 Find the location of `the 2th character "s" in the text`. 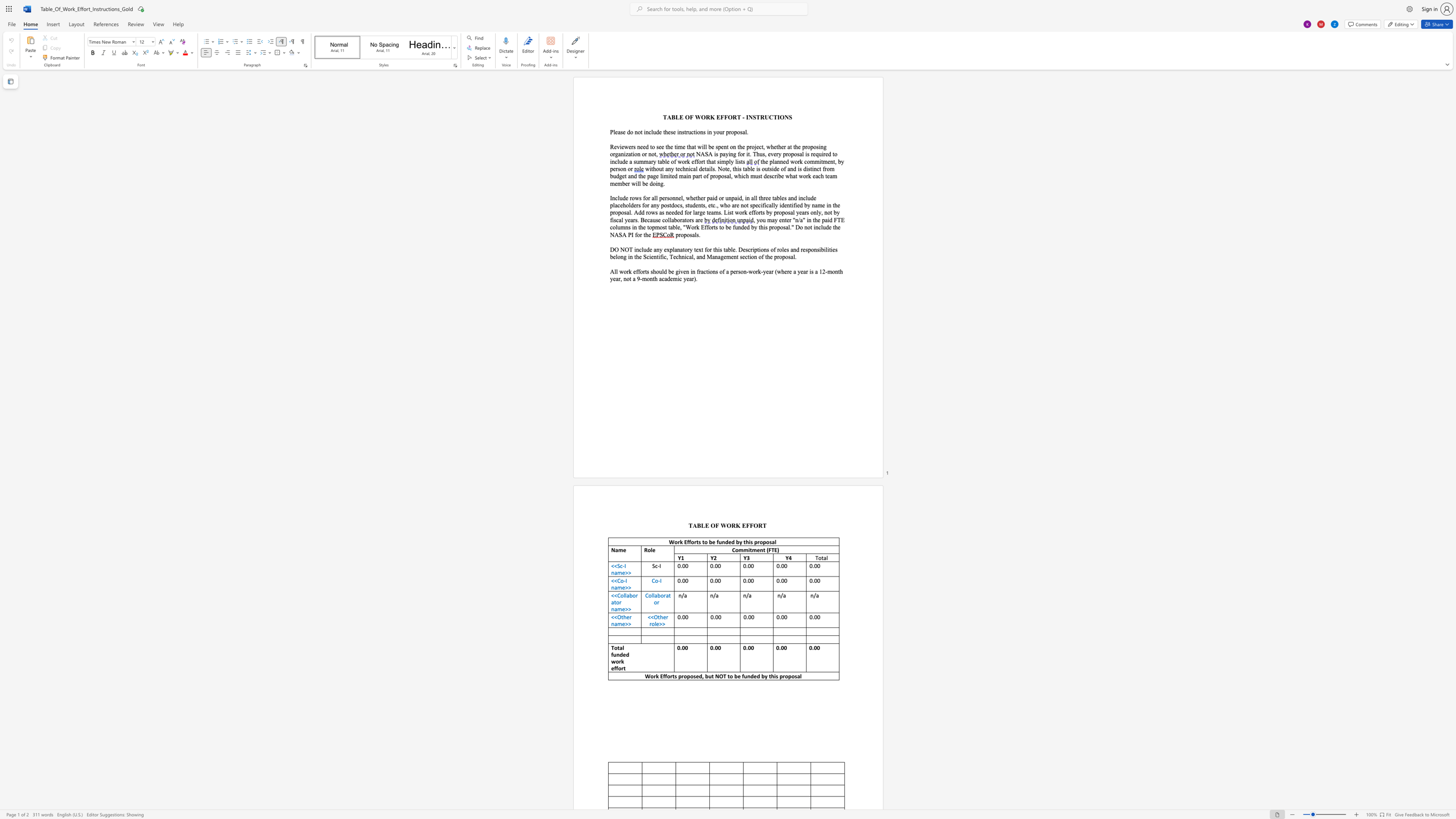

the 2th character "s" in the text is located at coordinates (717, 161).